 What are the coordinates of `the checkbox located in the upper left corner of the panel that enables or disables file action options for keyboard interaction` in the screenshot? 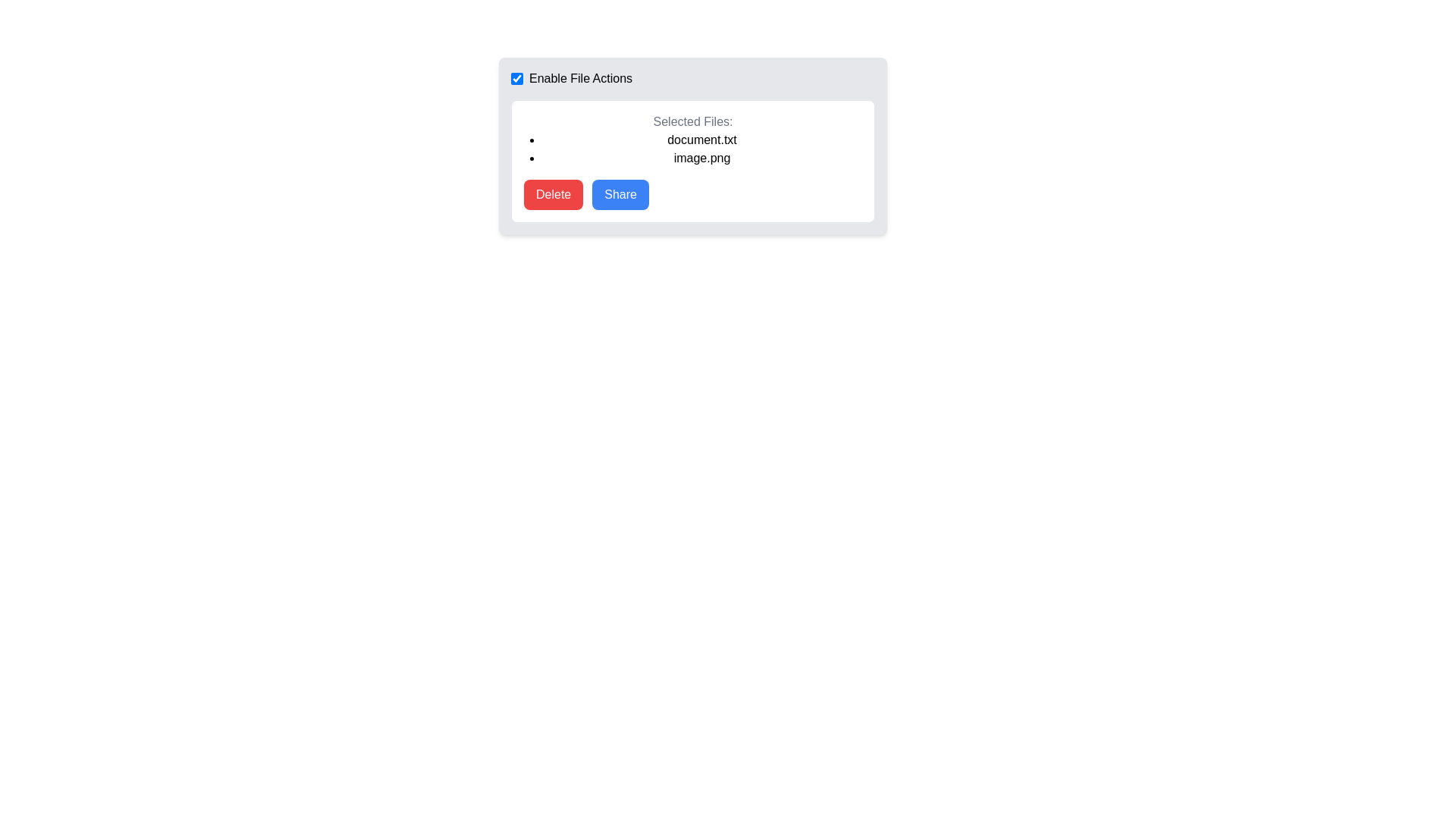 It's located at (516, 79).